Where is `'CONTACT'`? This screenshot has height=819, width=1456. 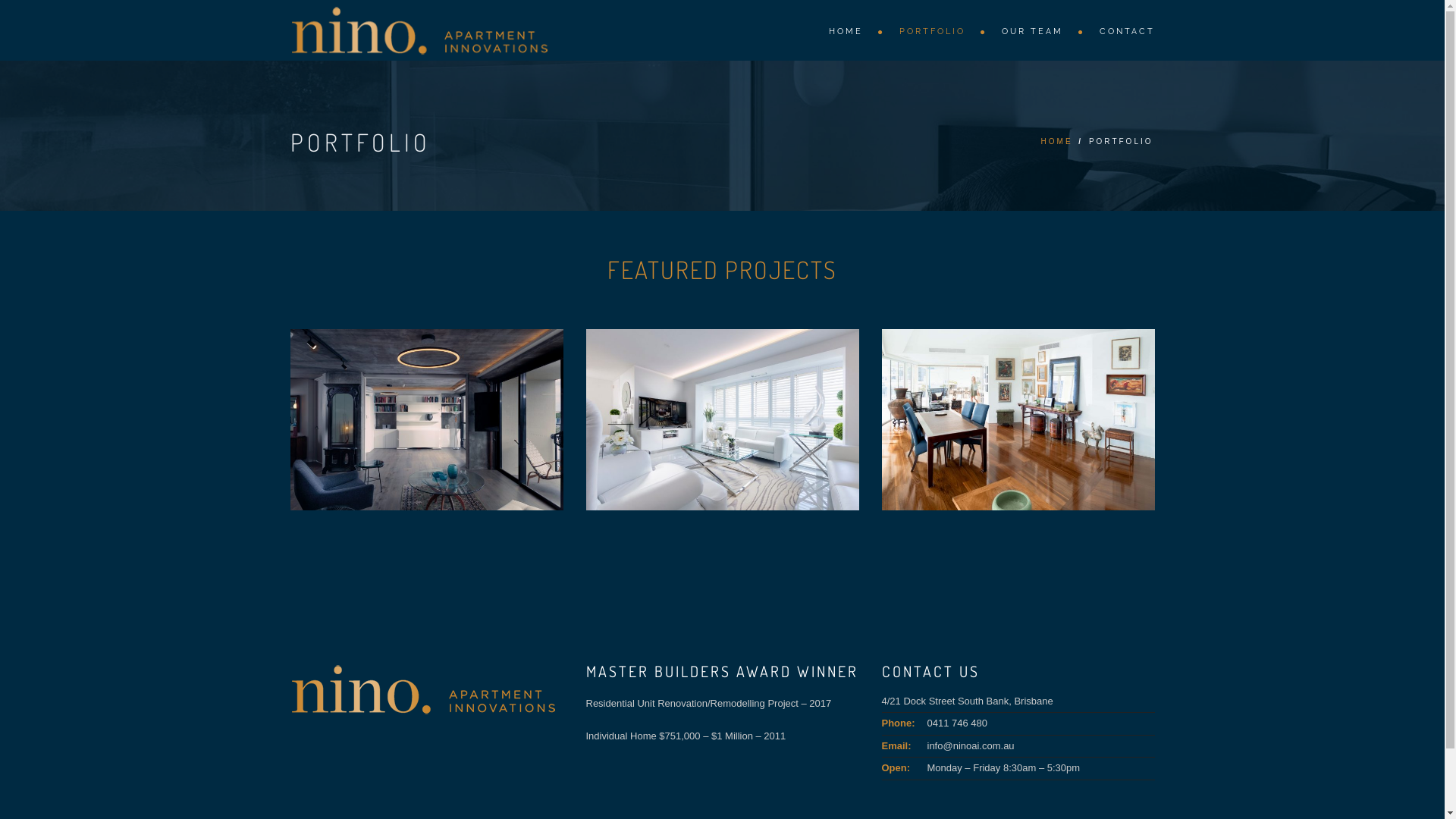 'CONTACT' is located at coordinates (1119, 30).